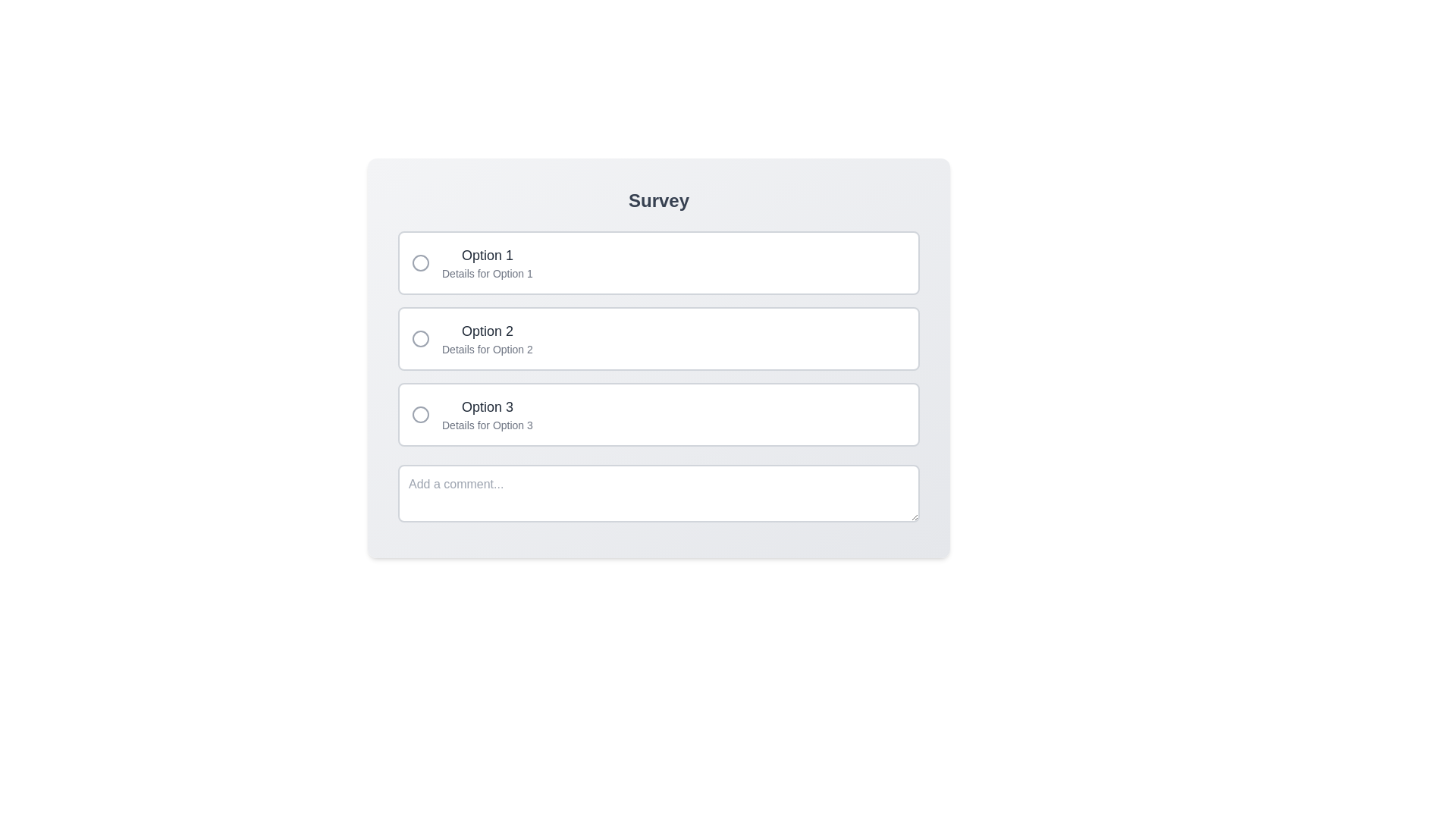 Image resolution: width=1456 pixels, height=819 pixels. What do you see at coordinates (658, 262) in the screenshot?
I see `the first selectable option in the survey form, which is located below the title 'Survey'` at bounding box center [658, 262].